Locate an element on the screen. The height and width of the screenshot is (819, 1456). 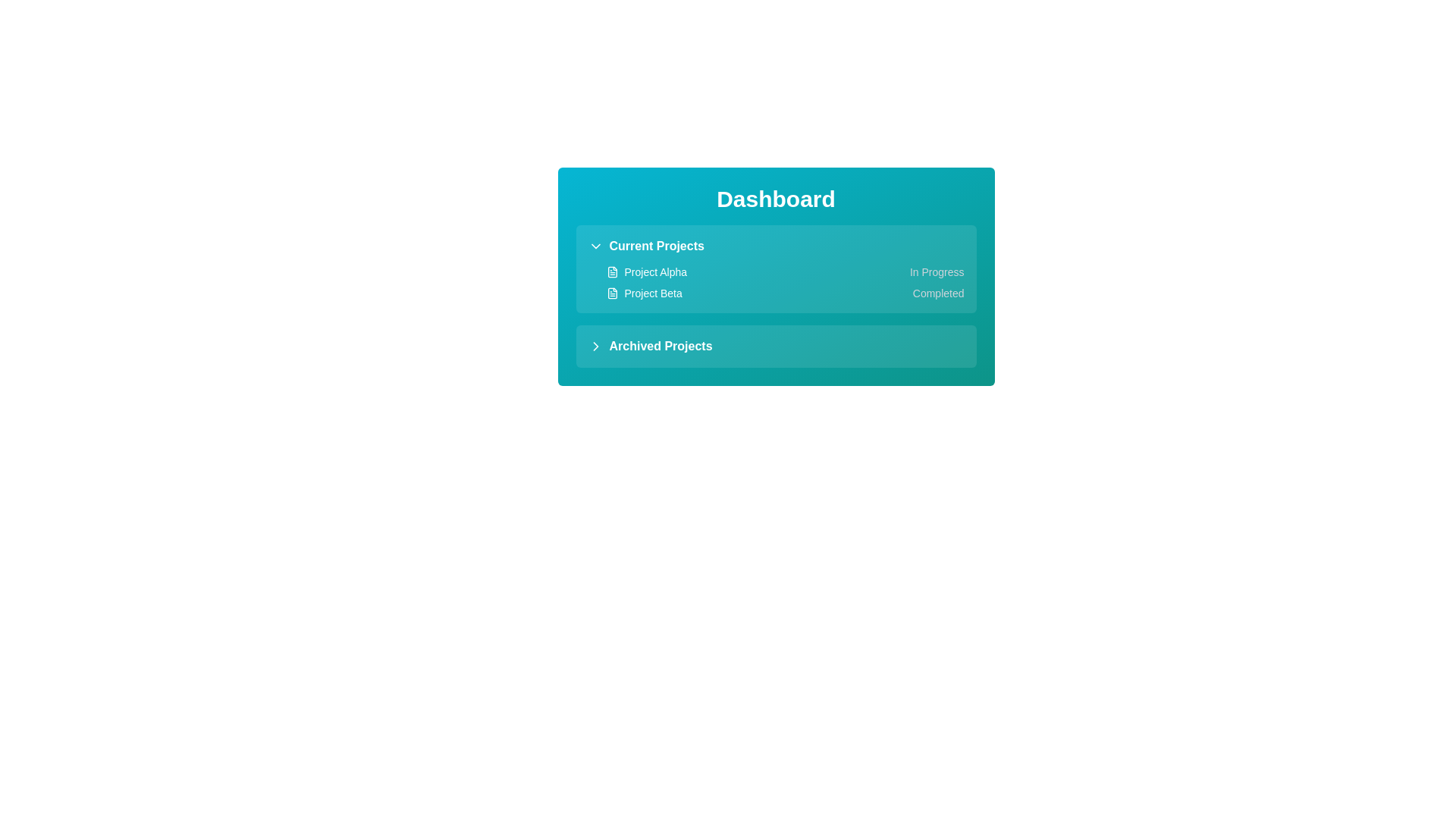
the chevron icon used to toggle the 'Current Projects' section is located at coordinates (595, 245).